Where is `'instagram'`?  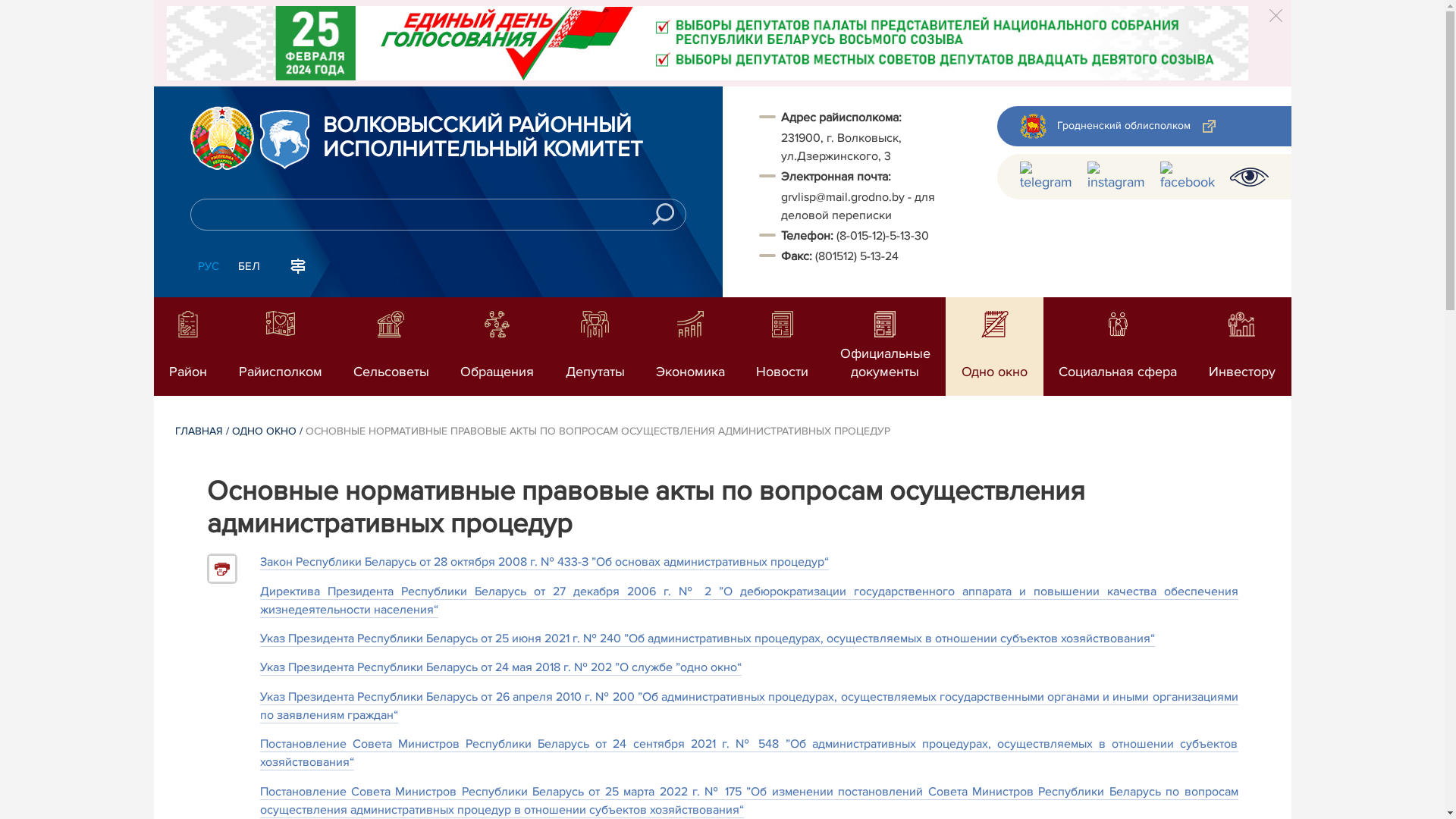 'instagram' is located at coordinates (1116, 175).